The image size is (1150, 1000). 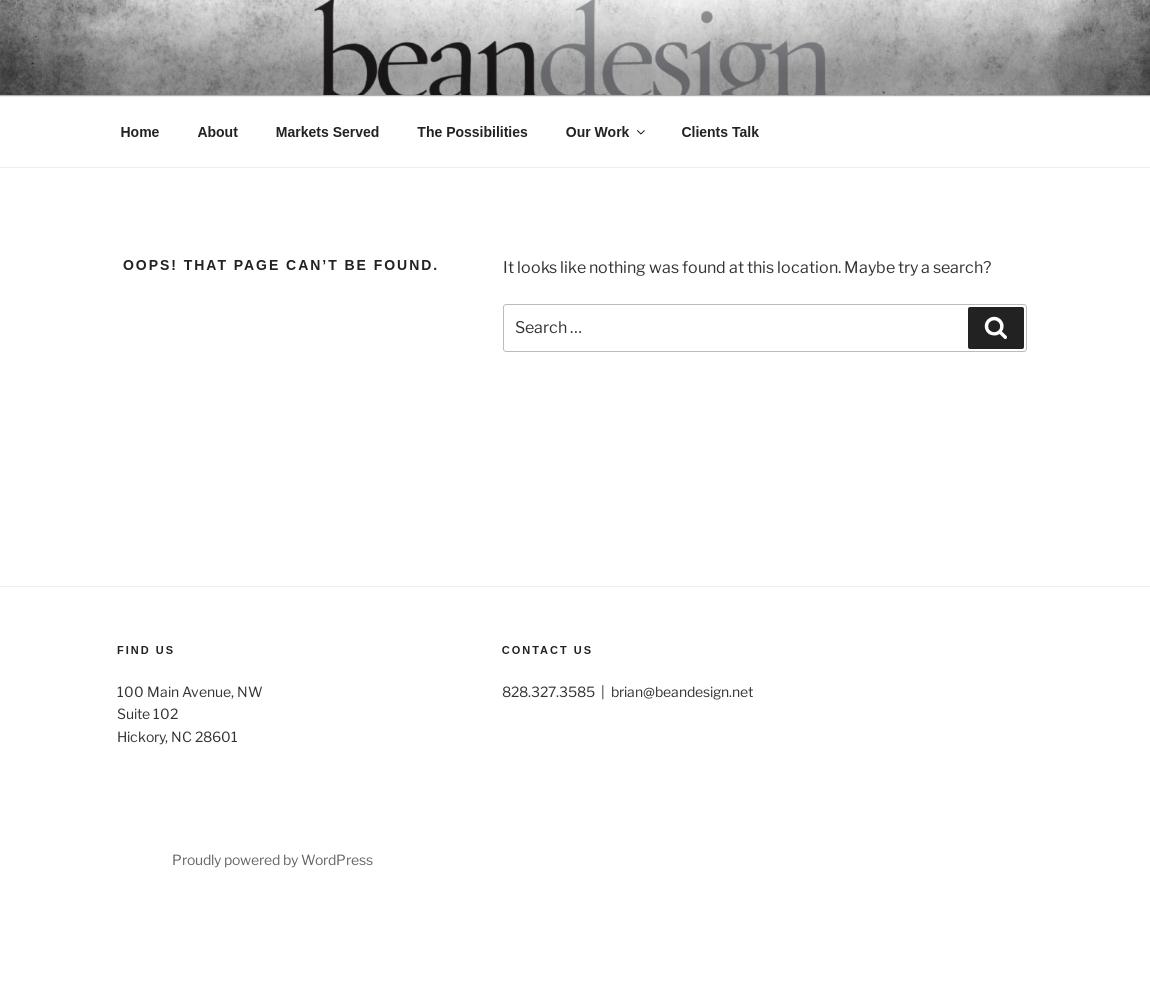 What do you see at coordinates (145, 650) in the screenshot?
I see `'Find Us'` at bounding box center [145, 650].